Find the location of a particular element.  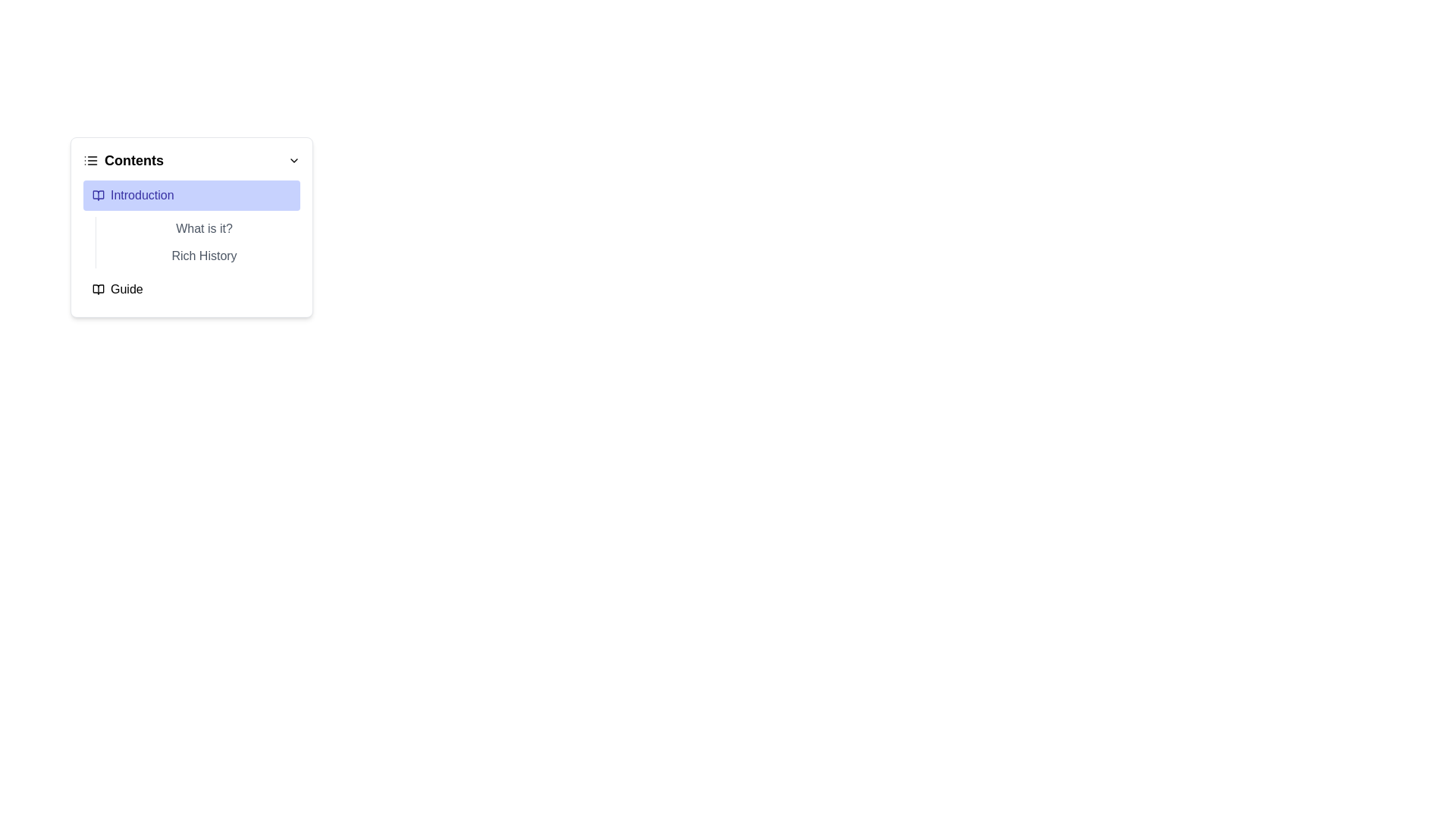

the hyperlink labeled 'What is it?' located beneath the 'Introduction' heading is located at coordinates (203, 228).